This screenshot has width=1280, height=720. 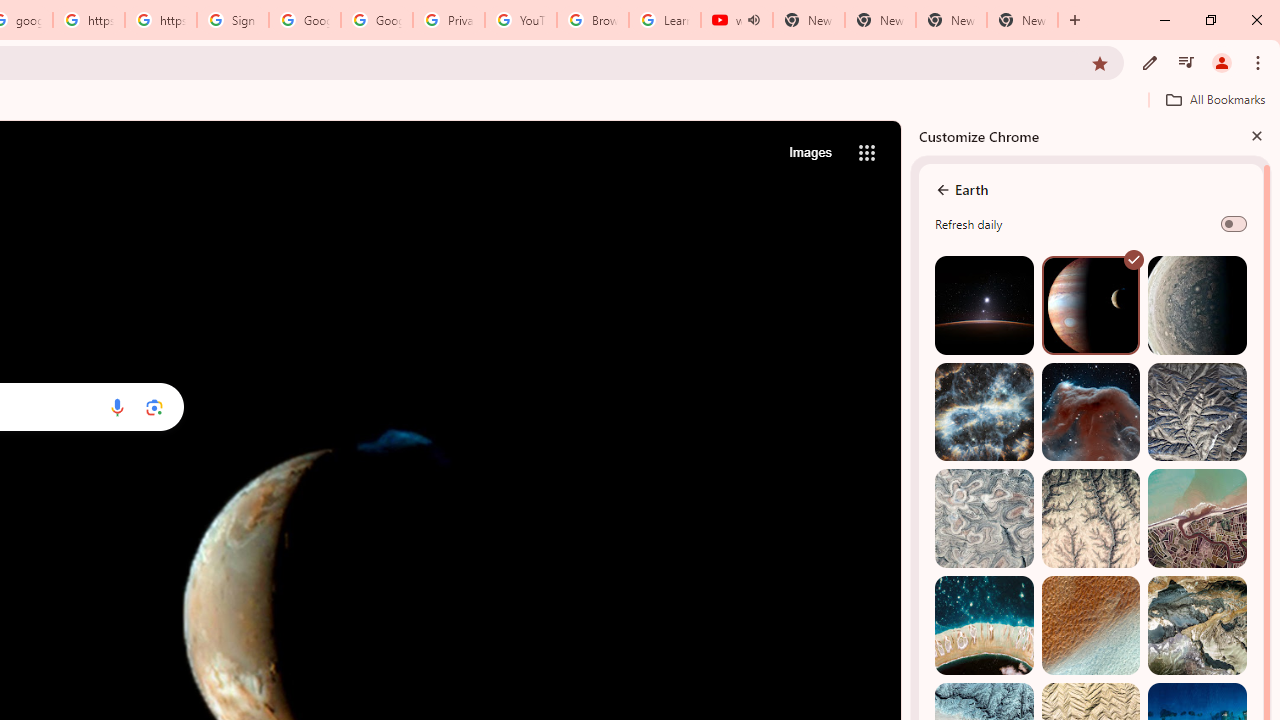 I want to click on 'Refresh daily', so click(x=1232, y=223).